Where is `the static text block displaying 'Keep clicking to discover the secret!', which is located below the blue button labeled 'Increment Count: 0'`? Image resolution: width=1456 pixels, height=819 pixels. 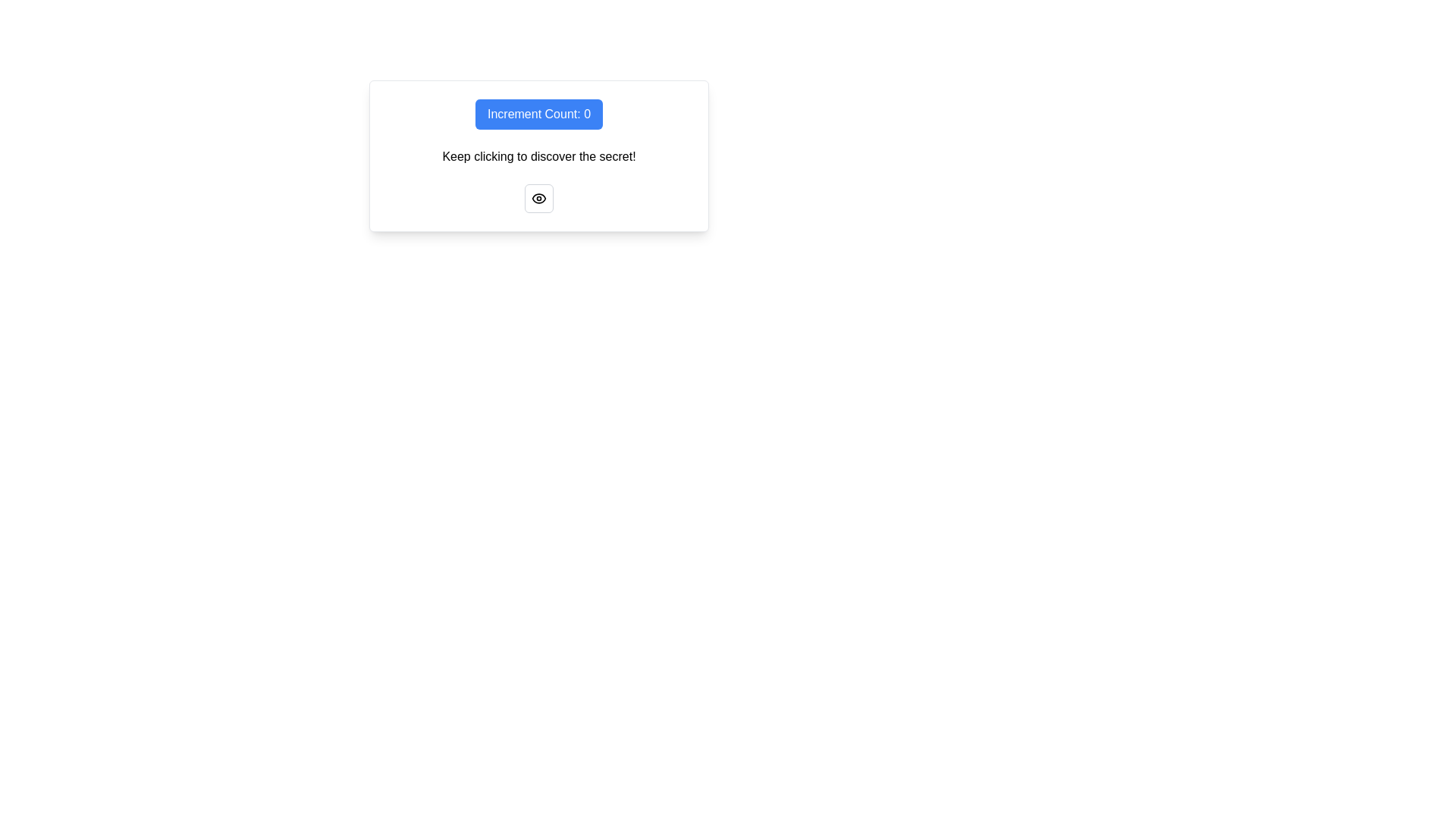 the static text block displaying 'Keep clicking to discover the secret!', which is located below the blue button labeled 'Increment Count: 0' is located at coordinates (538, 157).